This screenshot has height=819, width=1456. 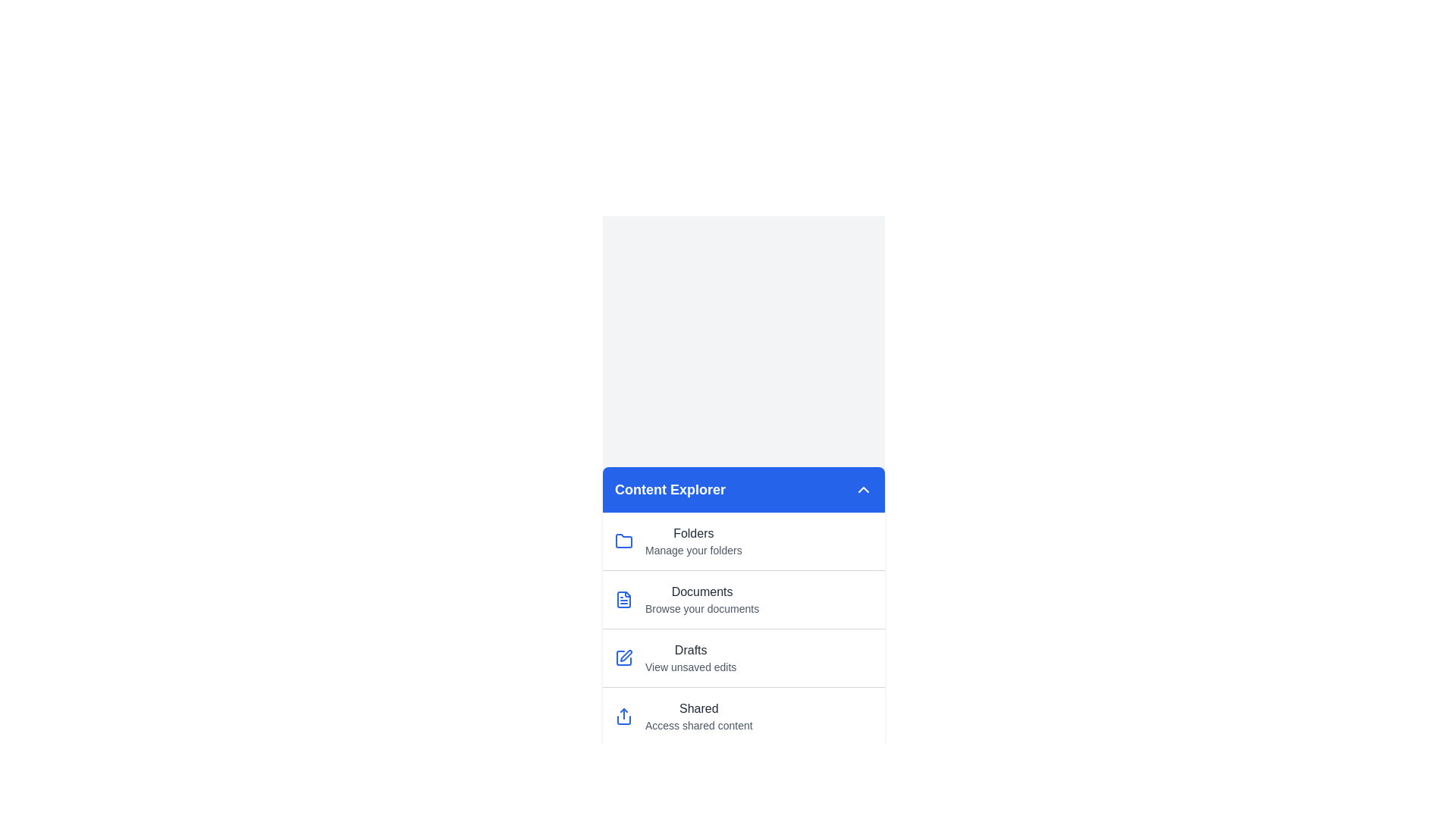 What do you see at coordinates (743, 540) in the screenshot?
I see `the menu item corresponding to Folders` at bounding box center [743, 540].